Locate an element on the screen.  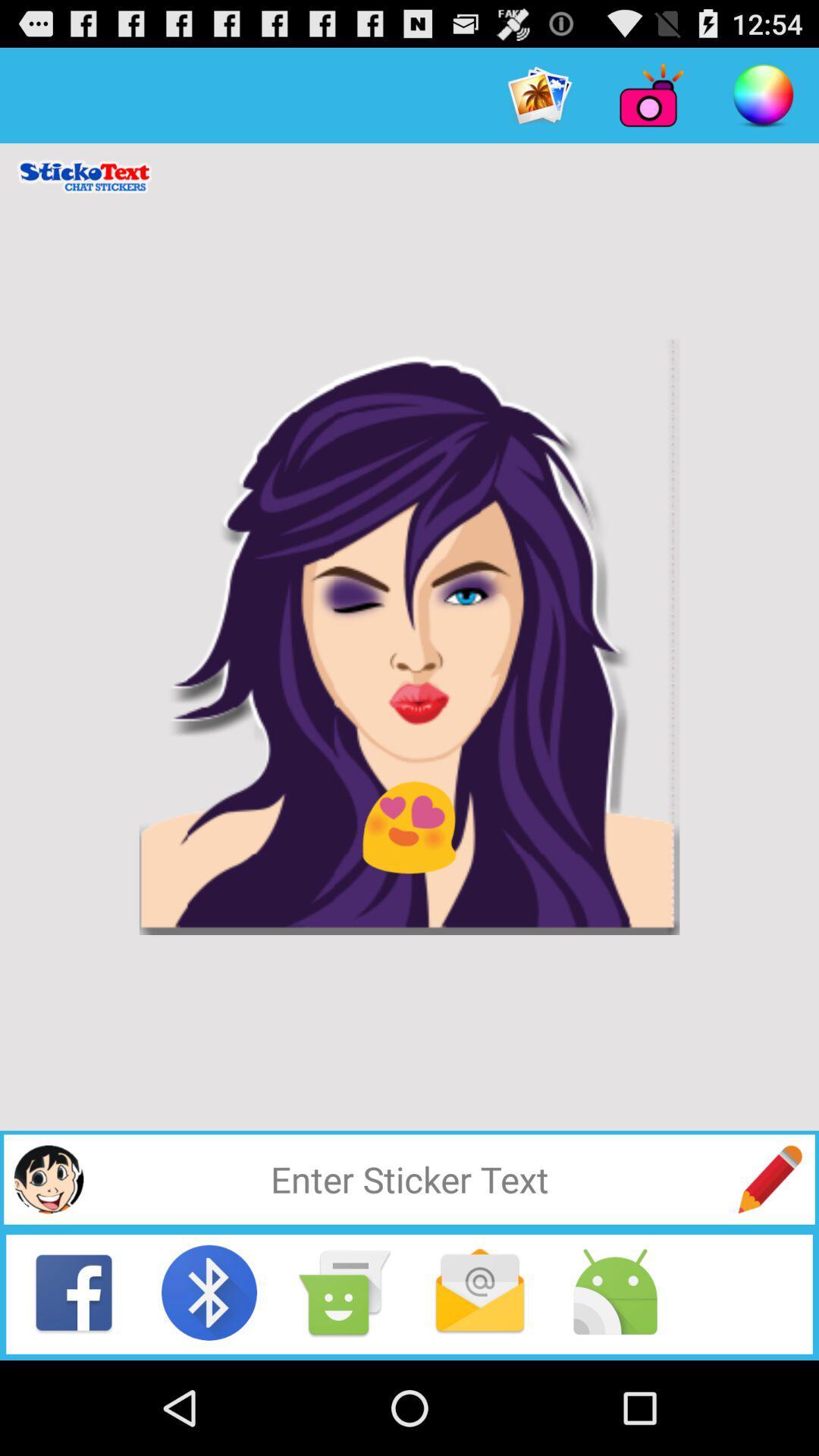
enable bluetooth is located at coordinates (209, 1291).